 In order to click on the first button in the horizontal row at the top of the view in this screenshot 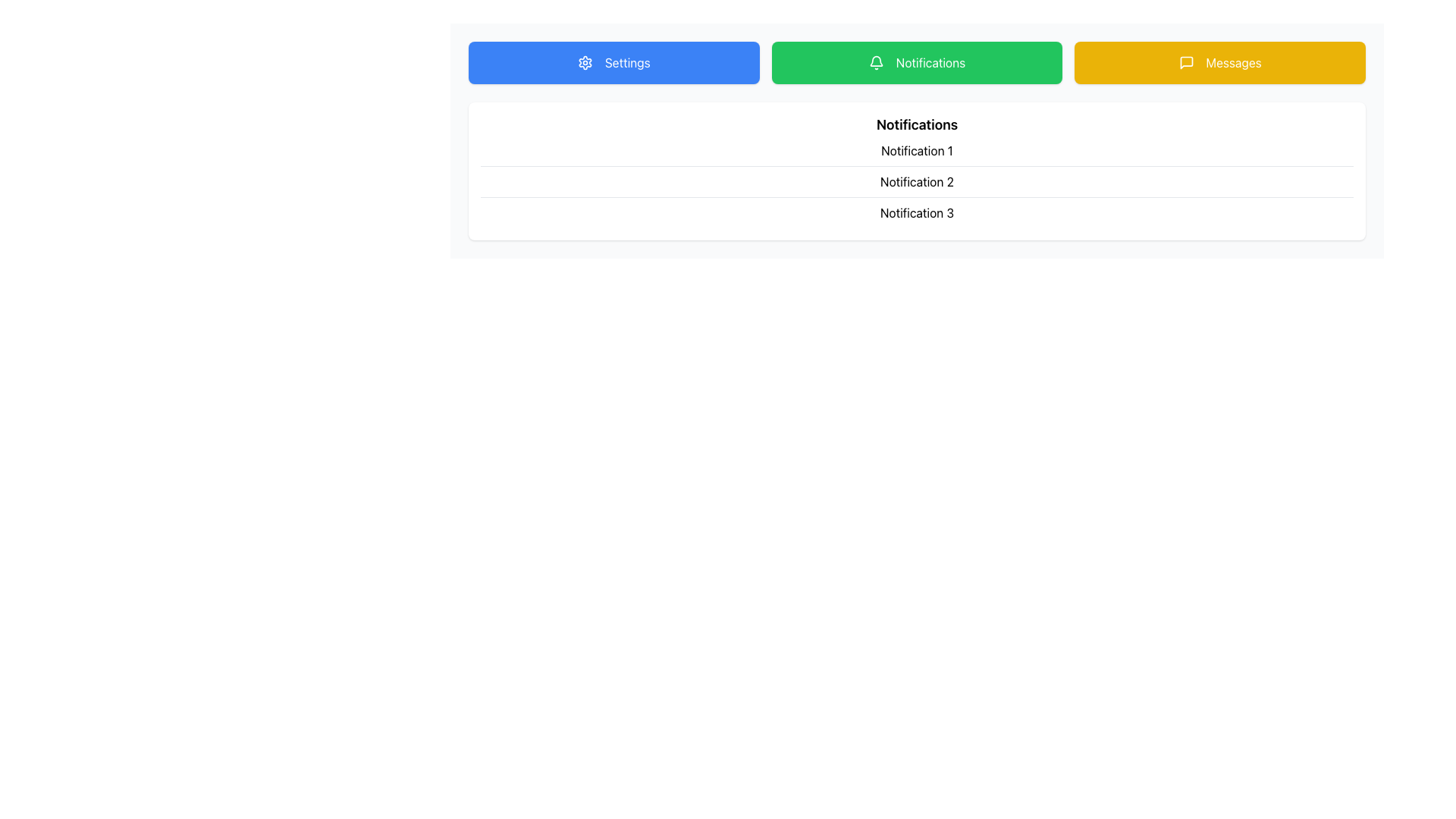, I will do `click(613, 62)`.